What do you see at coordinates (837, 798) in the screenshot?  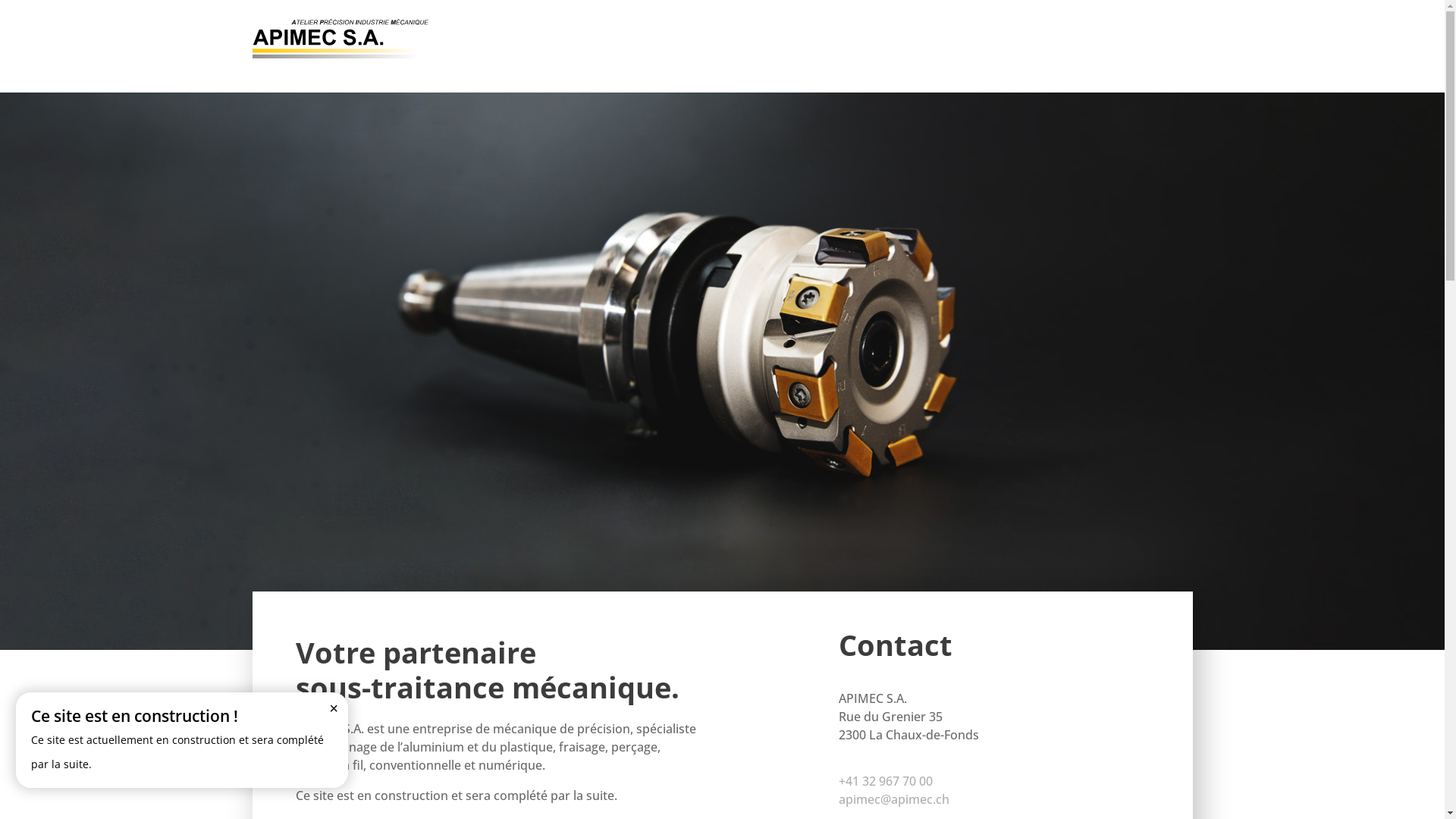 I see `'apimec@apimec.ch'` at bounding box center [837, 798].